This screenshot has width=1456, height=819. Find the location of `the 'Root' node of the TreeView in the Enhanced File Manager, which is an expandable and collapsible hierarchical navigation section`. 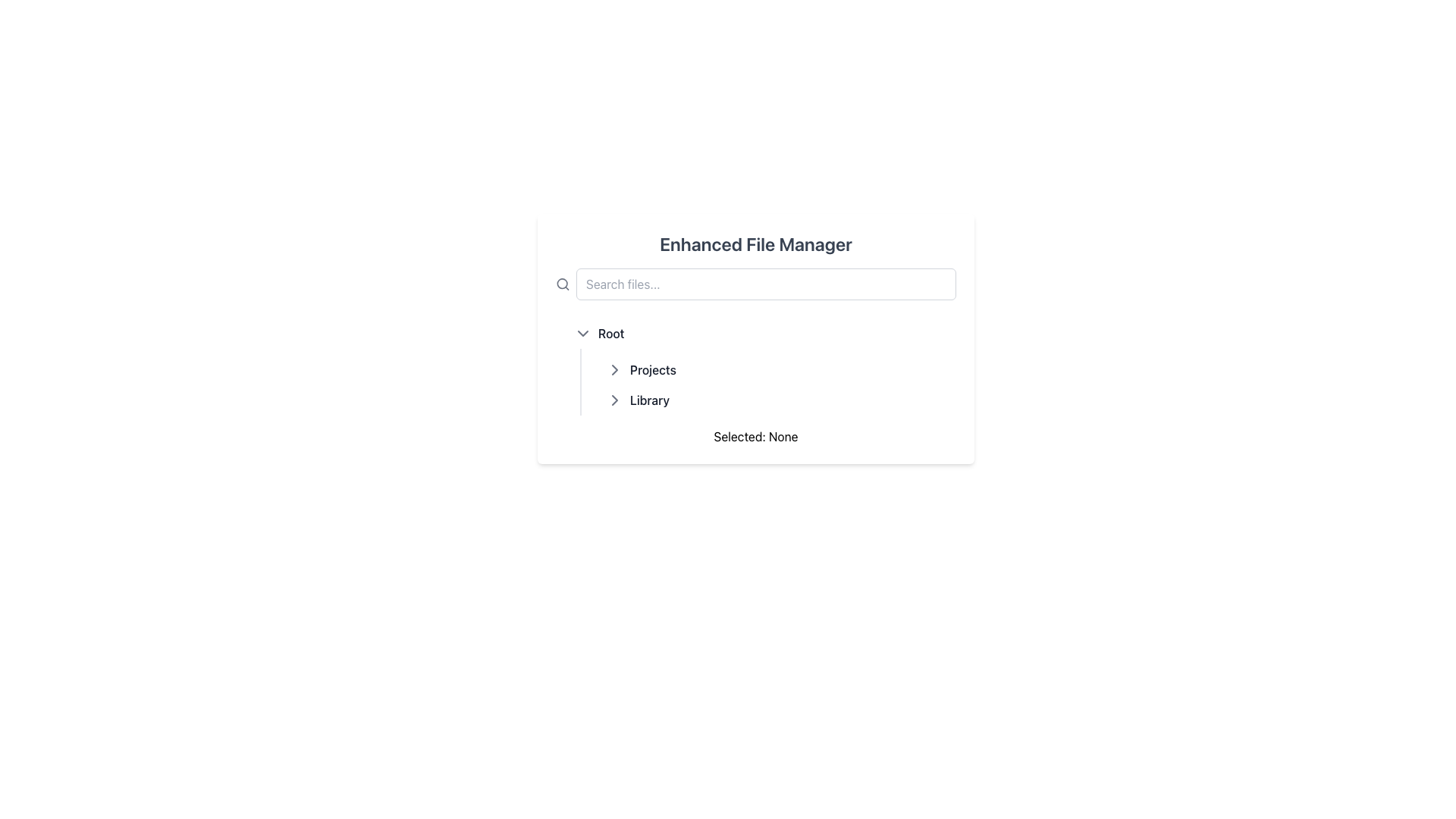

the 'Root' node of the TreeView in the Enhanced File Manager, which is an expandable and collapsible hierarchical navigation section is located at coordinates (756, 366).